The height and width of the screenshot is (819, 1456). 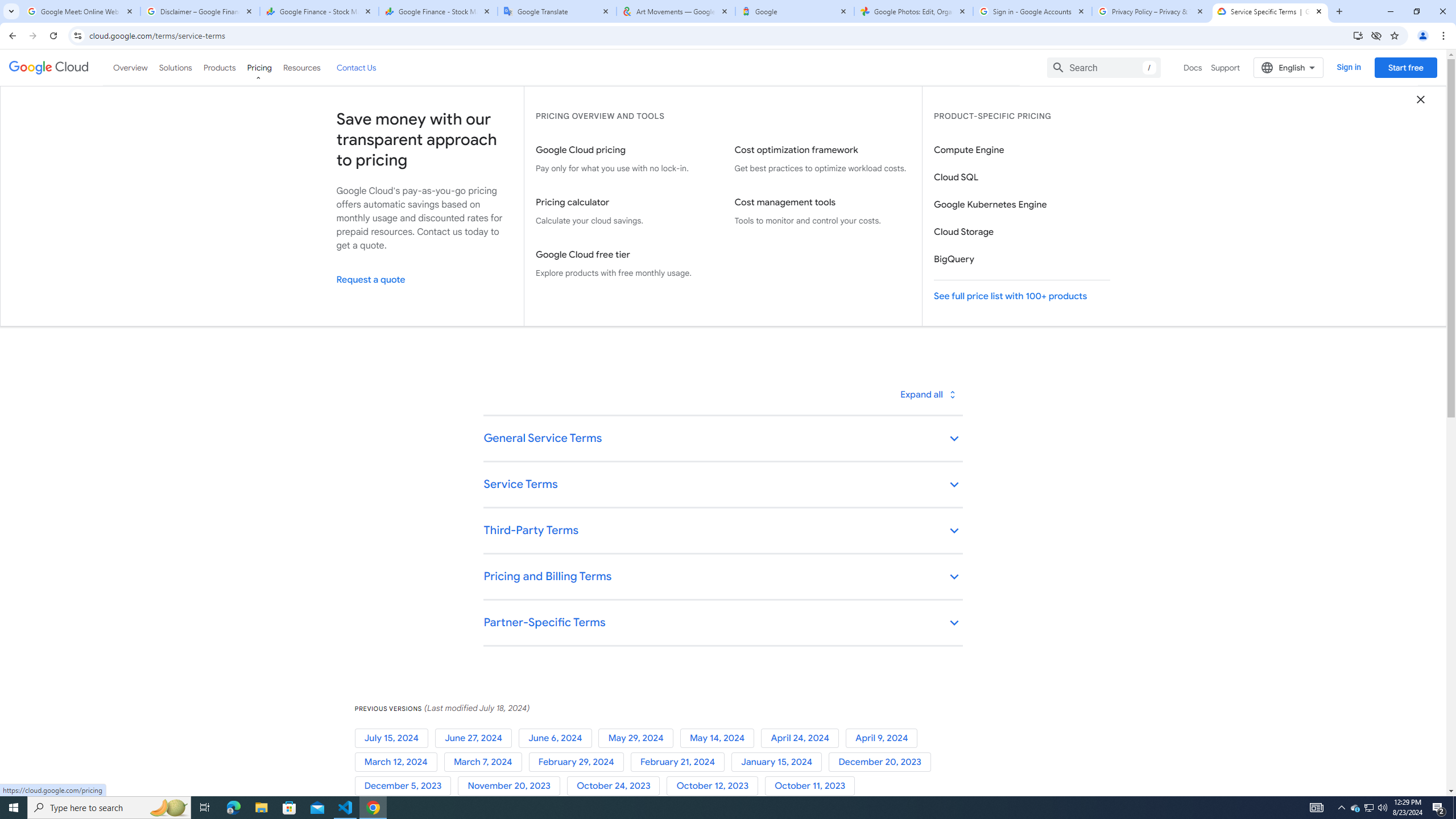 What do you see at coordinates (1358, 35) in the screenshot?
I see `'Install Google Cloud'` at bounding box center [1358, 35].